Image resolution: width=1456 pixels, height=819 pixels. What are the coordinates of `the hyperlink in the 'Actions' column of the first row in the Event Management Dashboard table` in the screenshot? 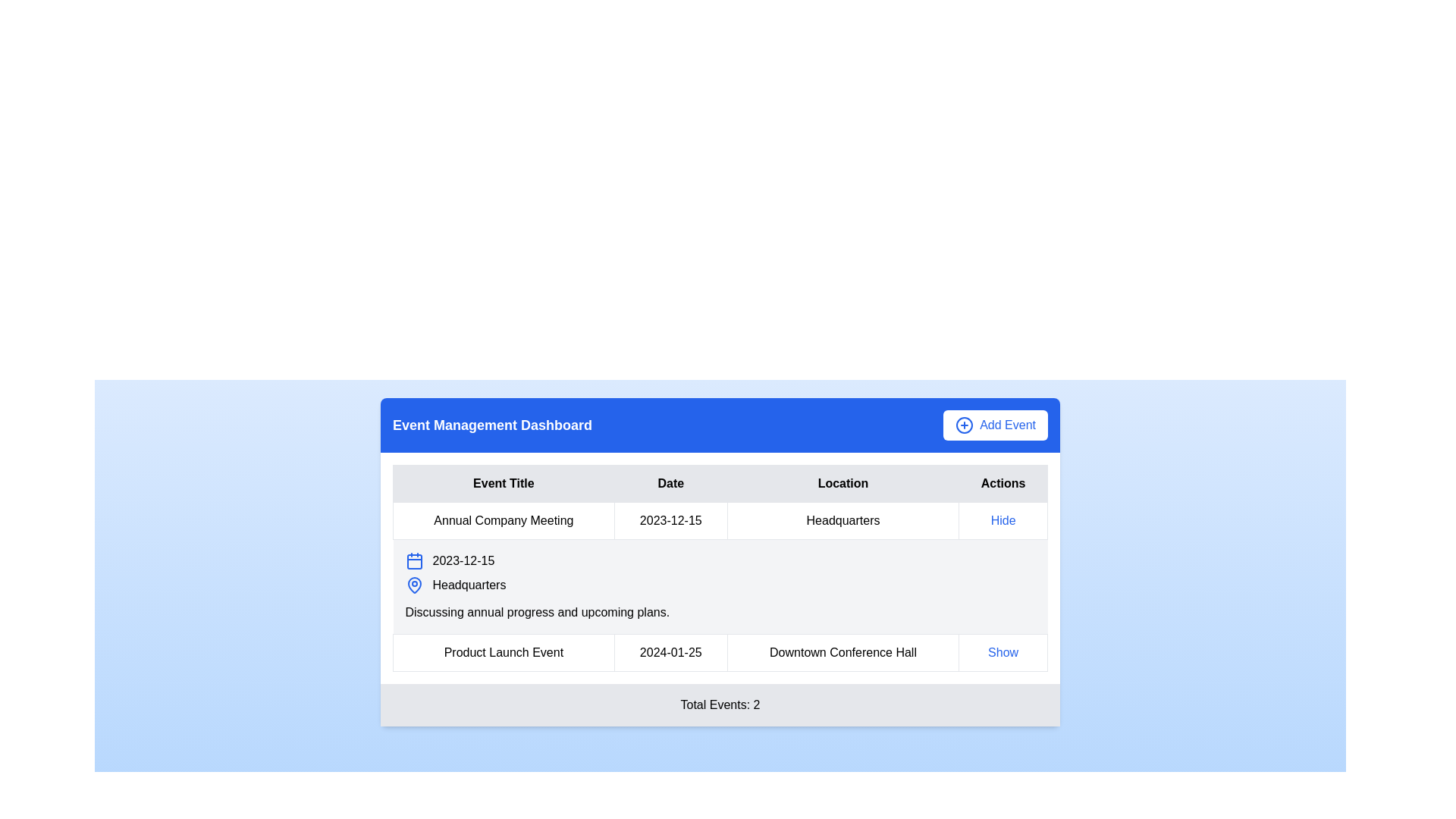 It's located at (1003, 519).